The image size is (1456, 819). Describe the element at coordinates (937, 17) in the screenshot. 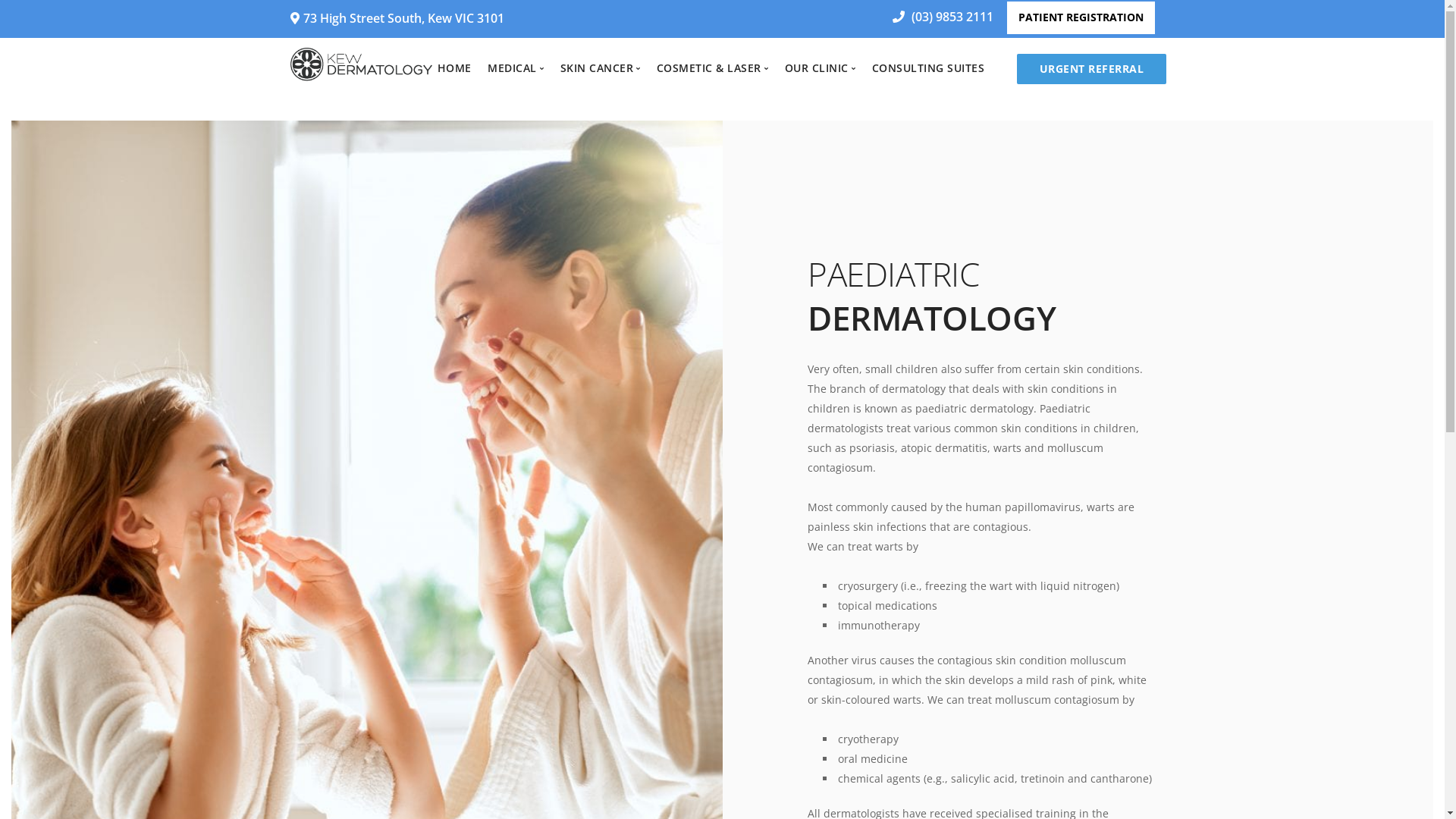

I see `'(03) 9853 2111'` at that location.